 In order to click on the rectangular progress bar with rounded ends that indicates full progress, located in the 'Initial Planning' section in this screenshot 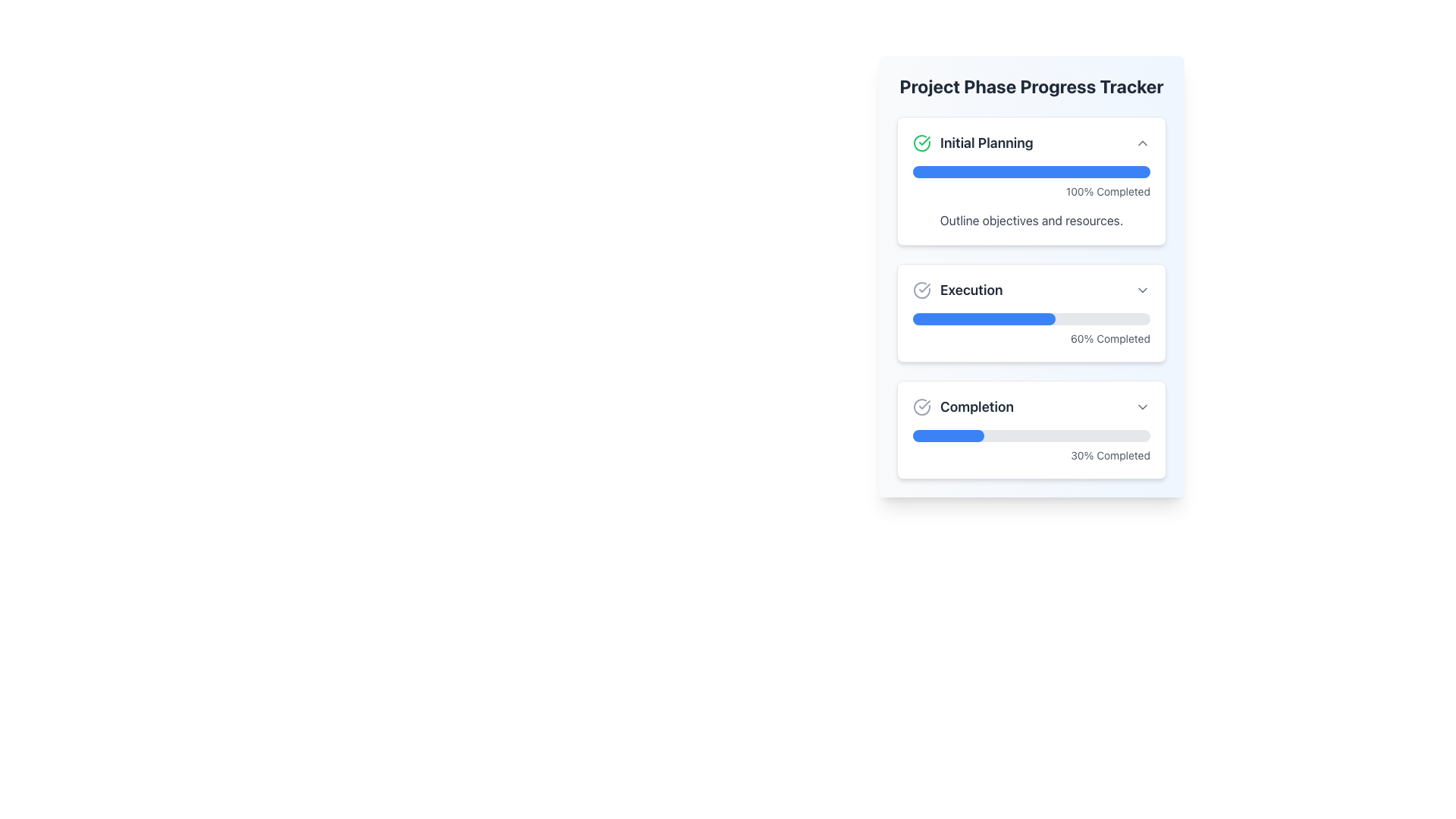, I will do `click(1031, 171)`.